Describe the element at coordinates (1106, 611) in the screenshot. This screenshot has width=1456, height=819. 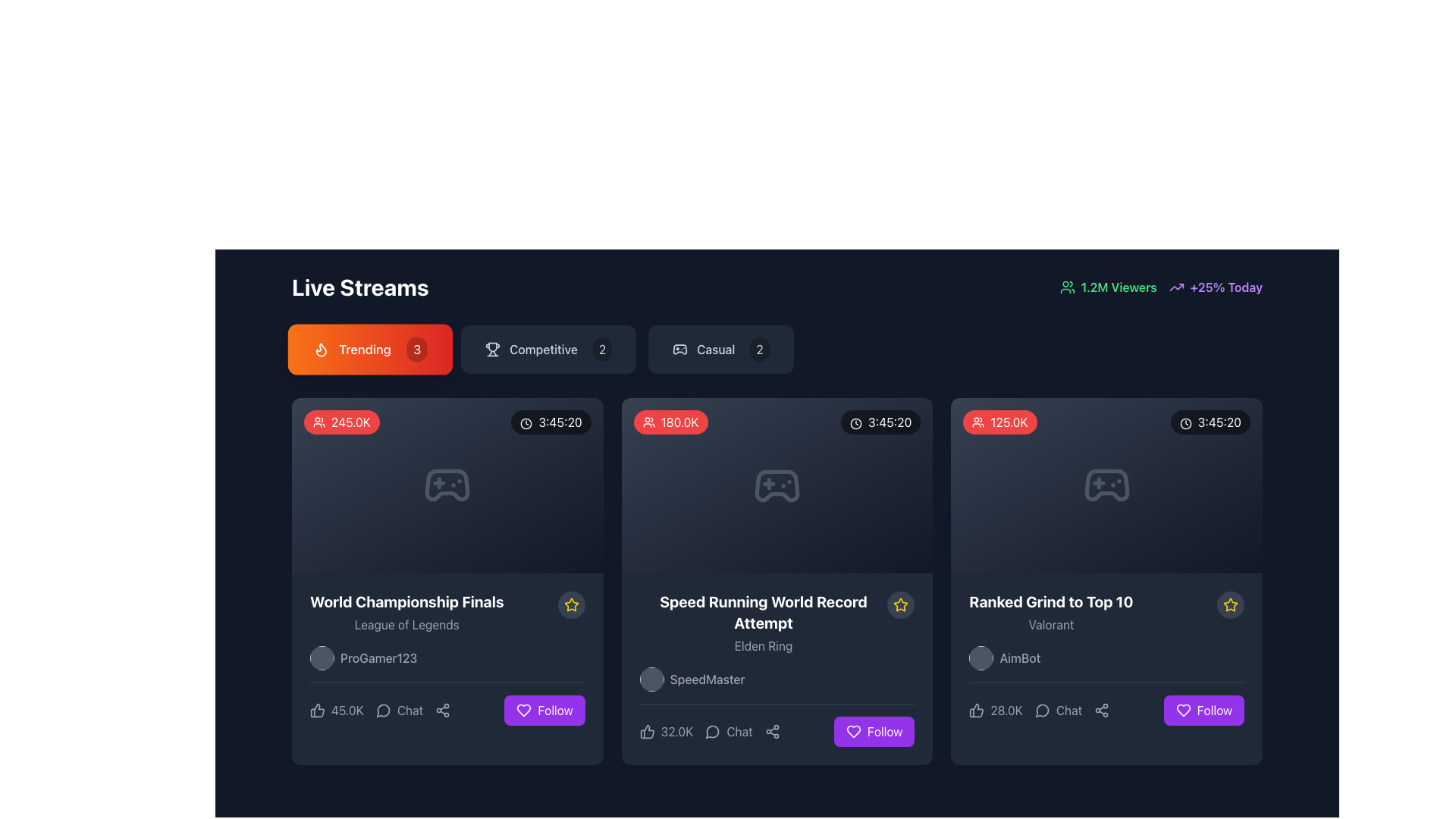
I see `the text block displaying 'Ranked Grind to Top 10' in bold white text above 'Valorant' in smaller gray text, located in the third card under the 'Live Streams' section` at that location.